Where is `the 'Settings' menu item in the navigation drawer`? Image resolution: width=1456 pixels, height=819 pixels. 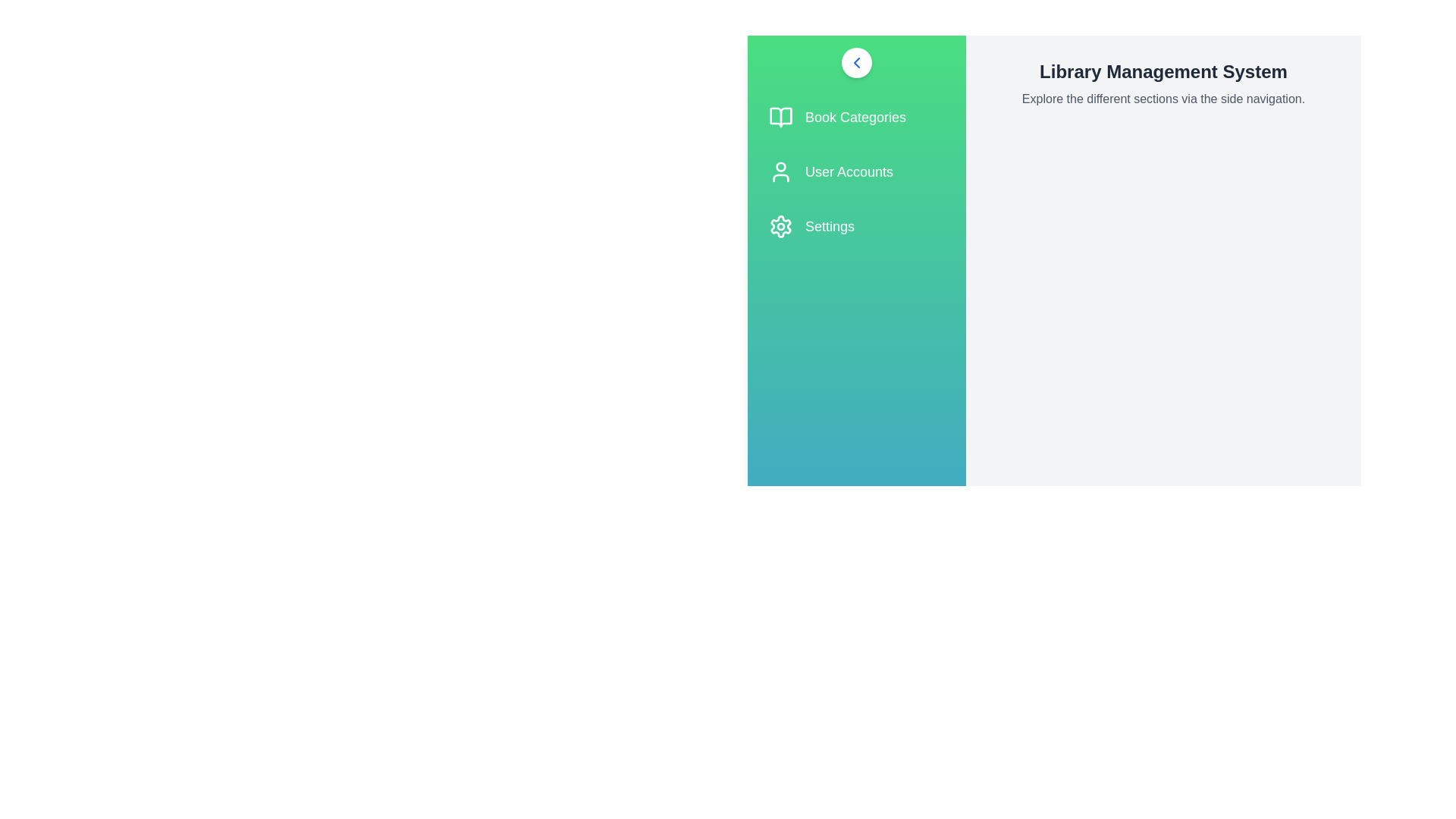
the 'Settings' menu item in the navigation drawer is located at coordinates (856, 227).